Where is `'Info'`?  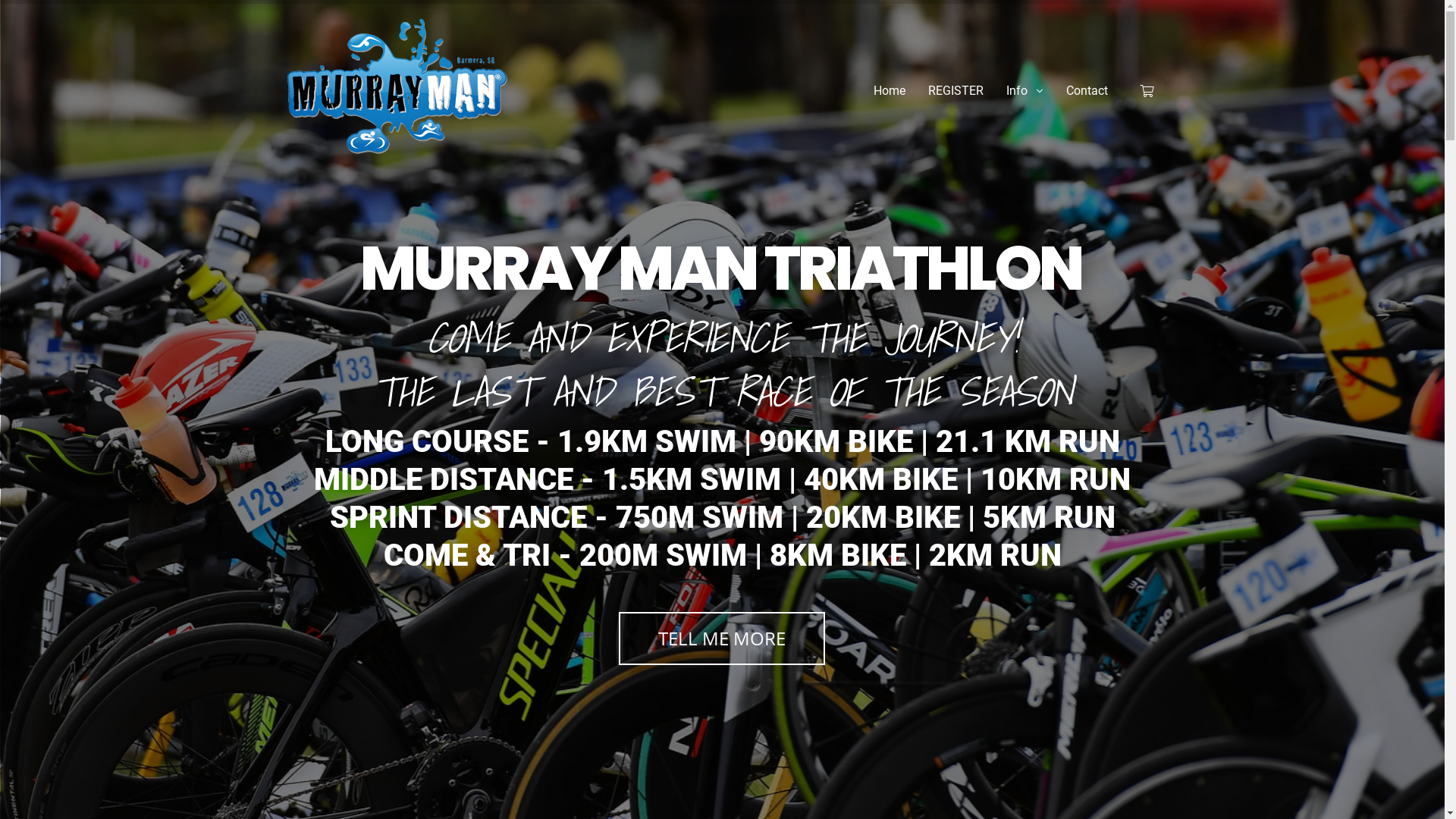 'Info' is located at coordinates (994, 90).